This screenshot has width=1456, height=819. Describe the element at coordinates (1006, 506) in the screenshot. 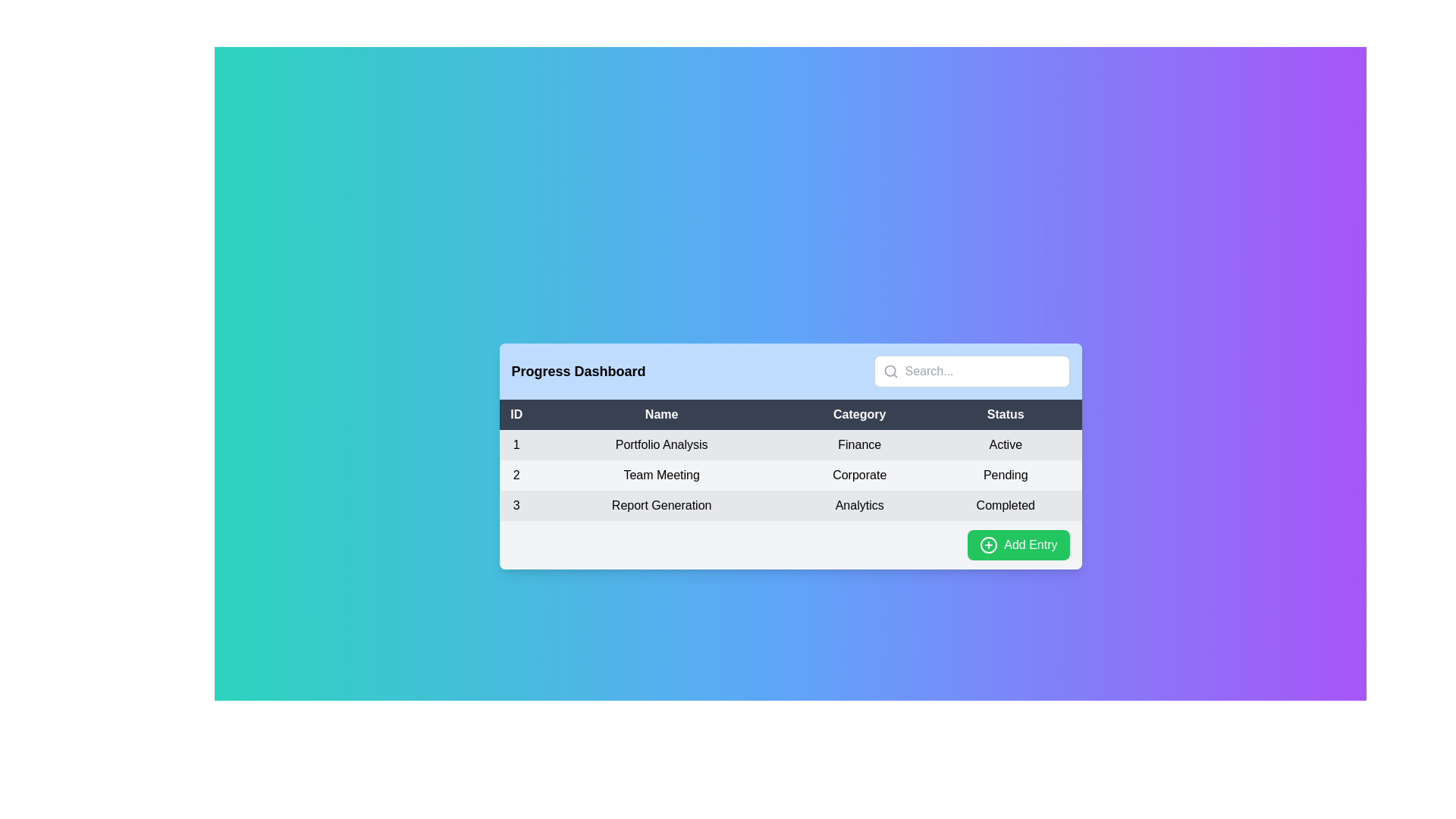

I see `the static text label reading 'Completed' in the 'Status' column of the row for 'Report Generation'` at that location.